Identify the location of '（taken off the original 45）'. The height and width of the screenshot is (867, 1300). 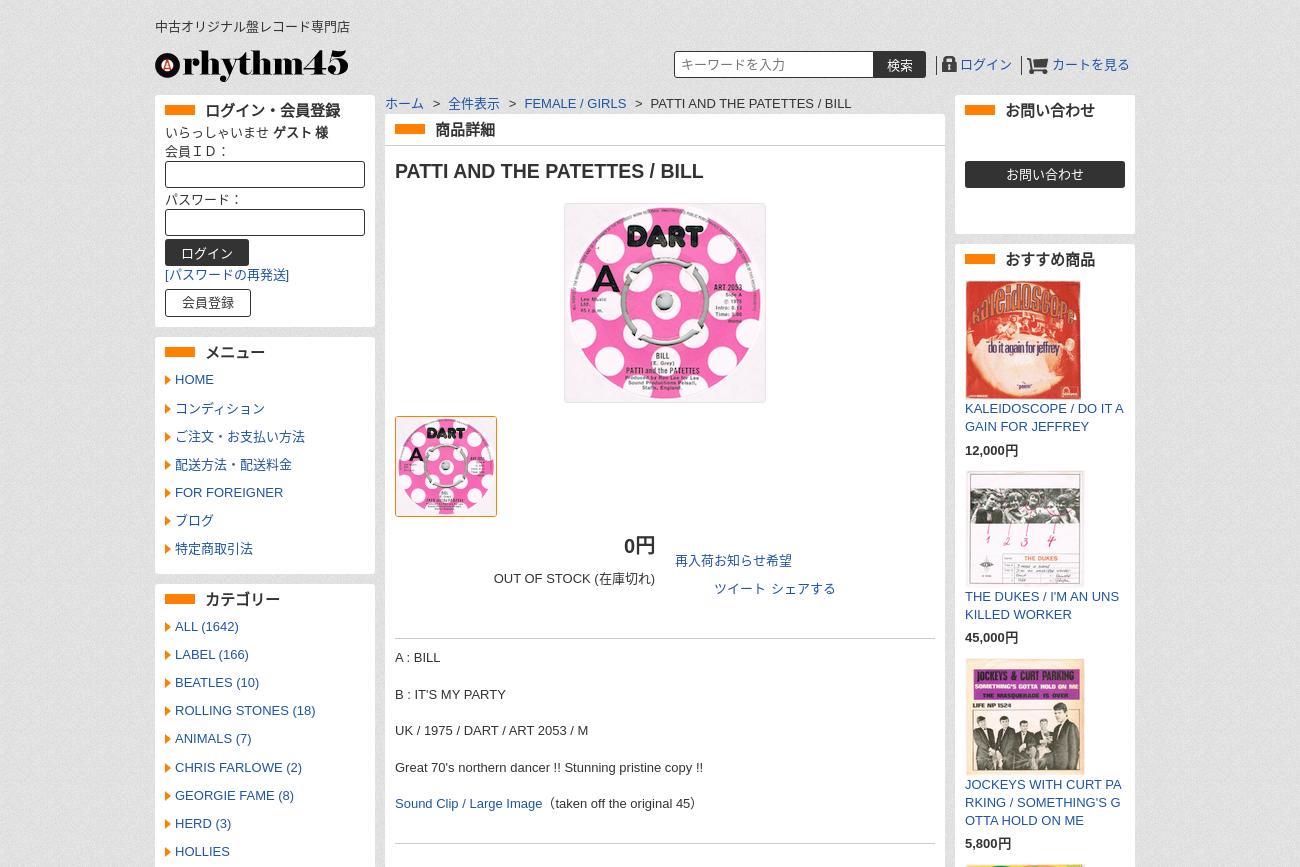
(622, 801).